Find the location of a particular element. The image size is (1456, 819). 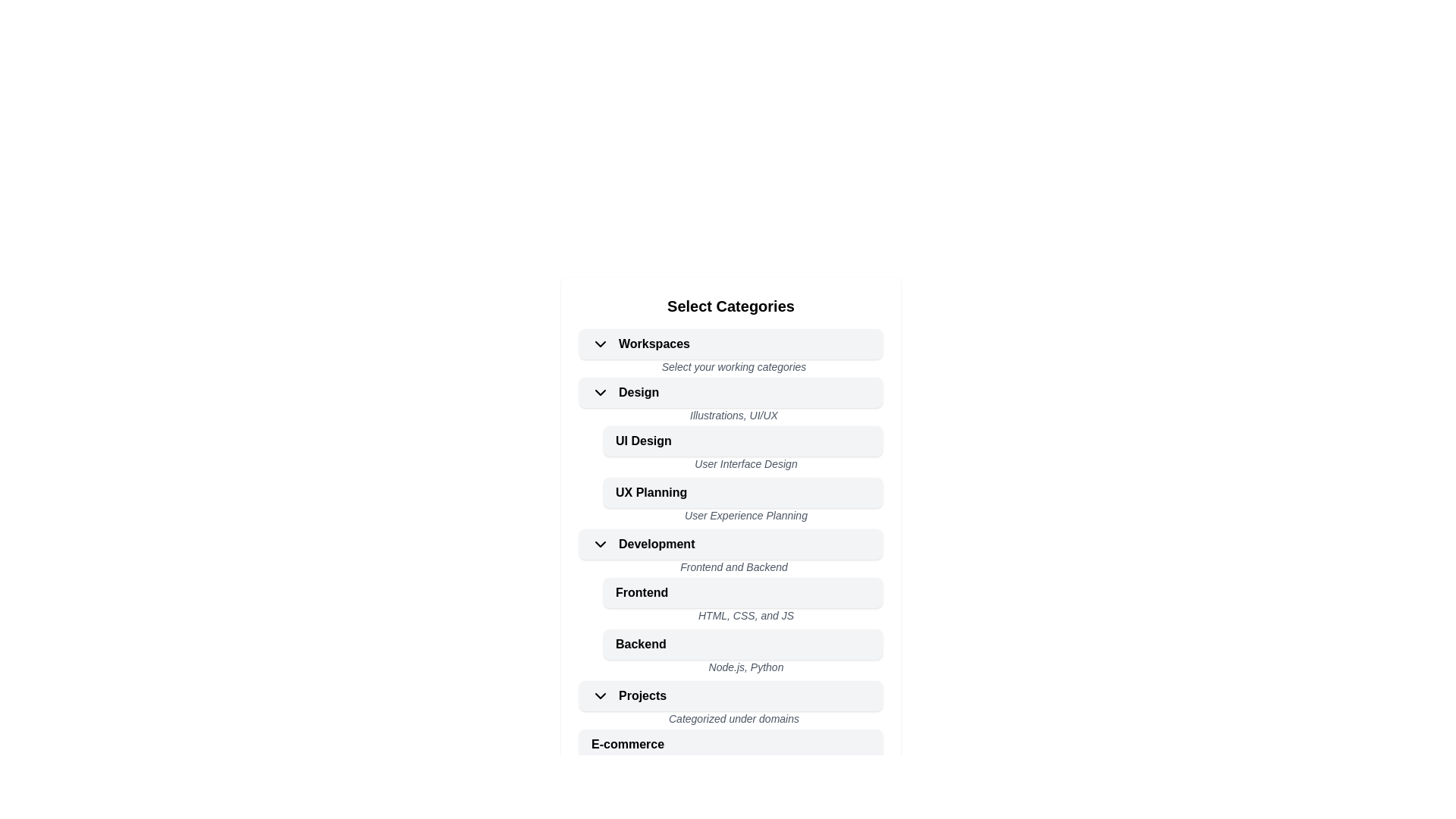

the 'Design' category label is located at coordinates (625, 391).